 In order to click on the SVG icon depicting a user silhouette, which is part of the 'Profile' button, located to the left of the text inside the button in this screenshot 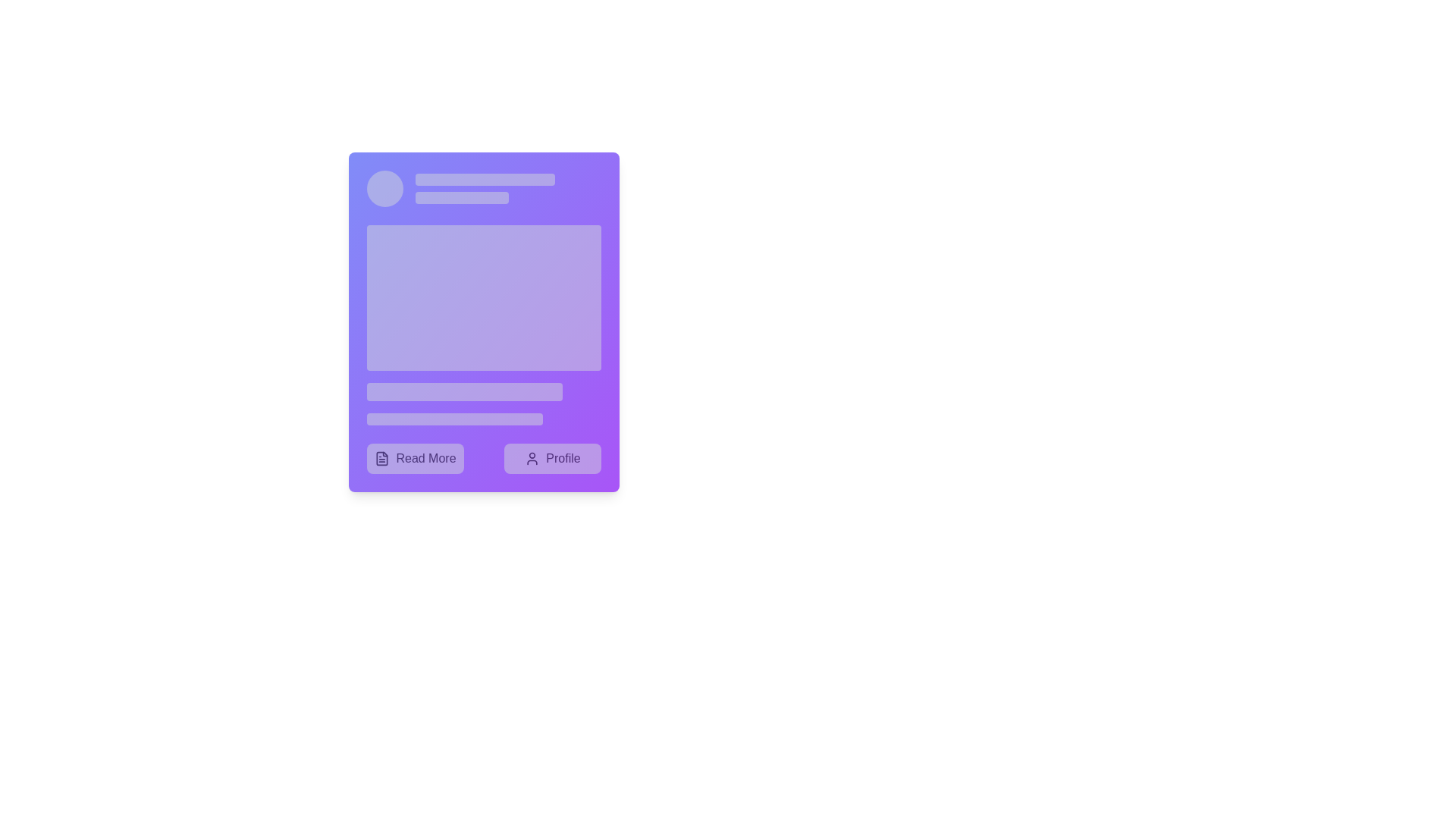, I will do `click(532, 458)`.